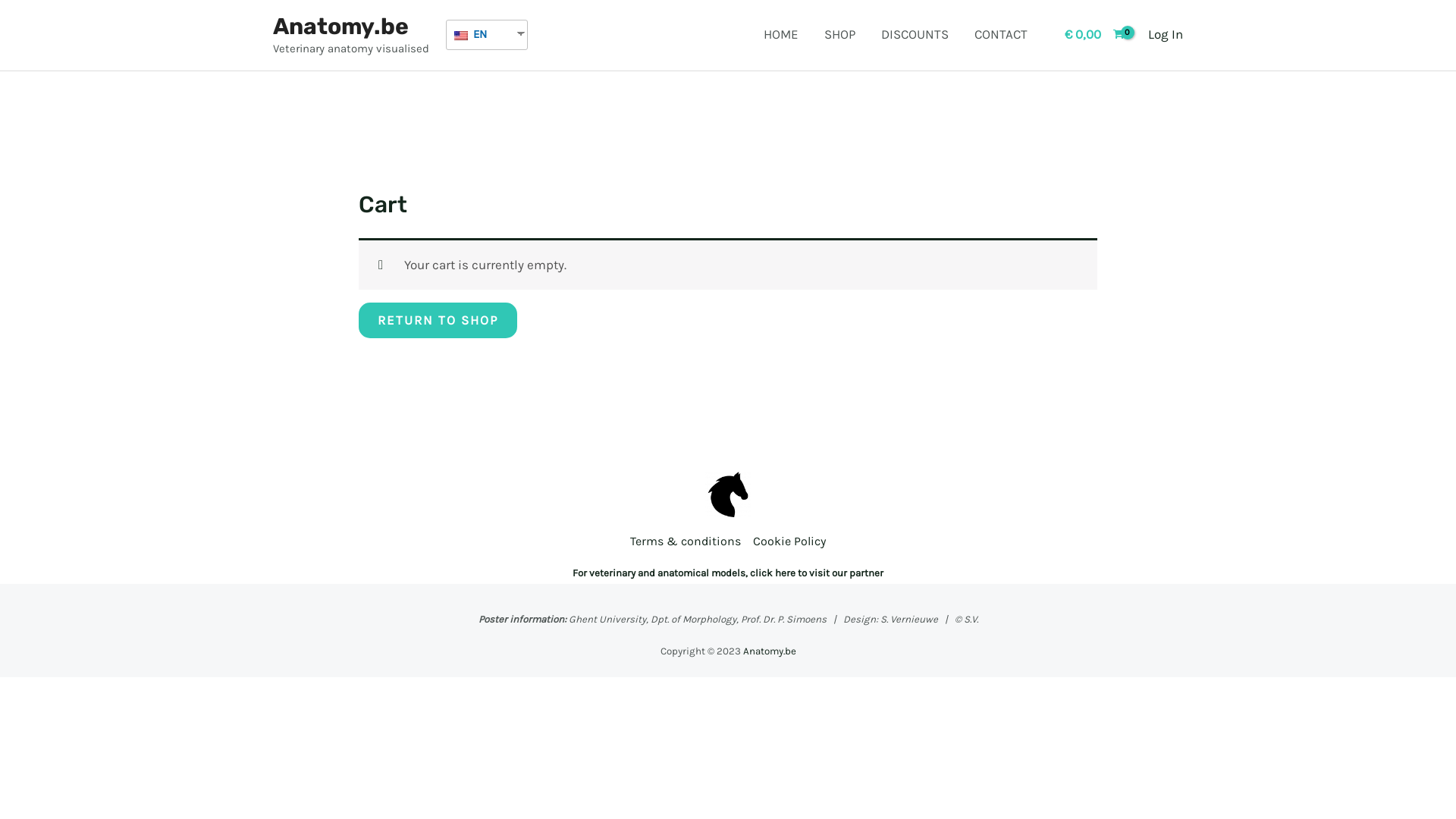 This screenshot has width=1456, height=819. What do you see at coordinates (480, 34) in the screenshot?
I see `'EN'` at bounding box center [480, 34].